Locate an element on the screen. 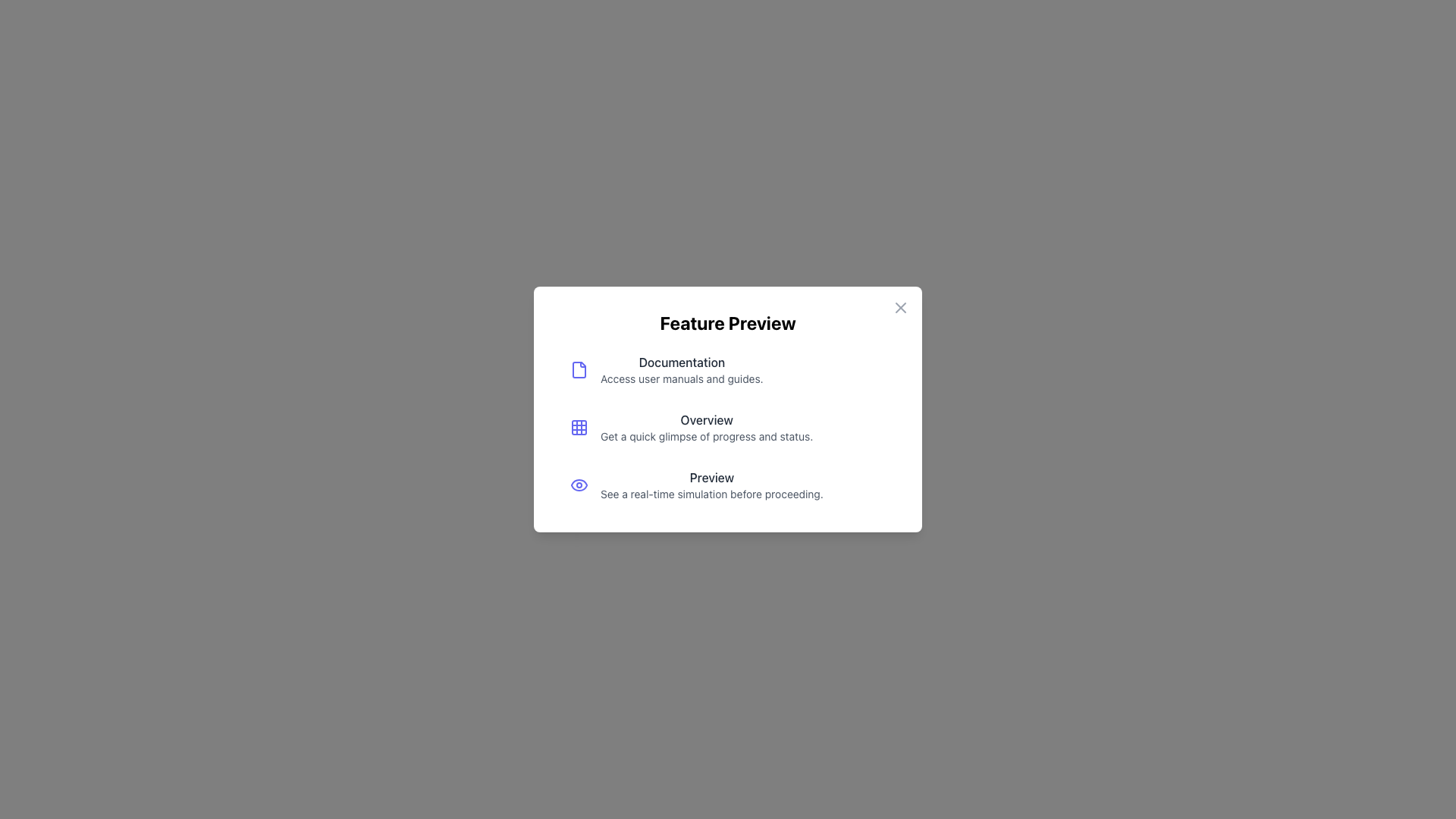 The width and height of the screenshot is (1456, 819). the top-left square of the 3x3 grid icon representing the 'Overview' segment, located on the left side of the list item labeled 'Overview' is located at coordinates (578, 427).